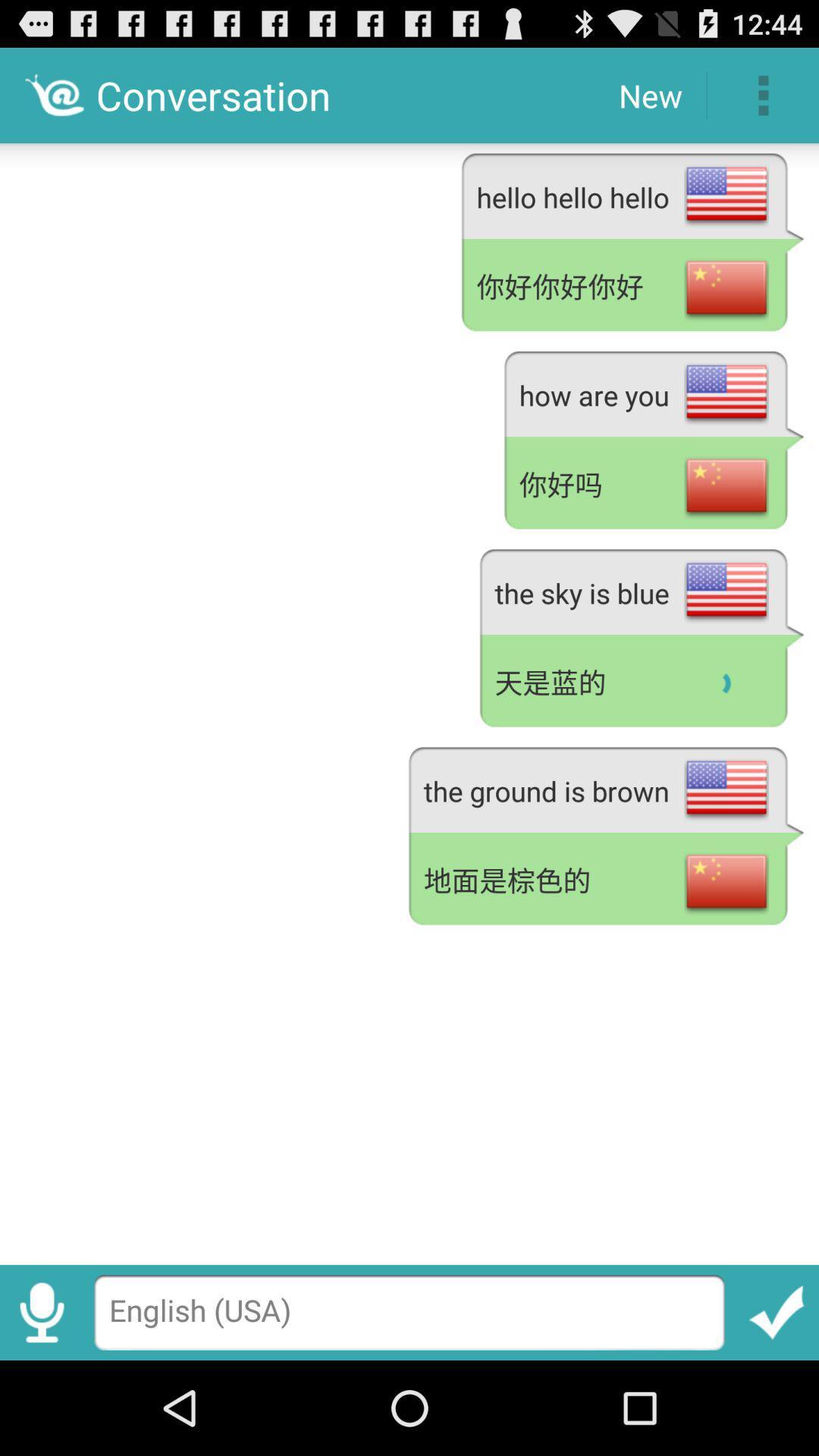  I want to click on the app above the the ground is app, so click(642, 682).